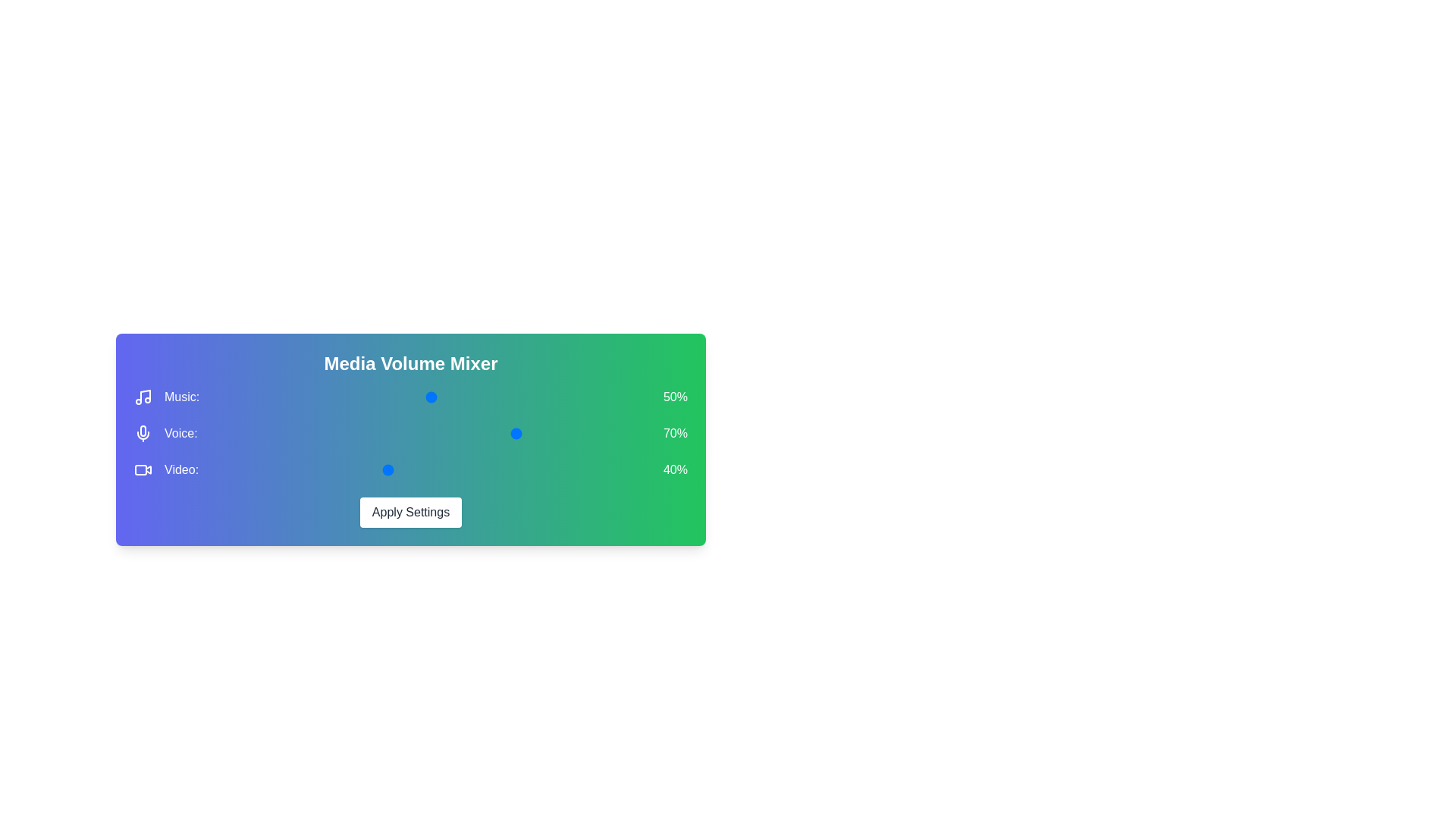 This screenshot has height=819, width=1456. I want to click on the icon next to the Music label, so click(143, 397).